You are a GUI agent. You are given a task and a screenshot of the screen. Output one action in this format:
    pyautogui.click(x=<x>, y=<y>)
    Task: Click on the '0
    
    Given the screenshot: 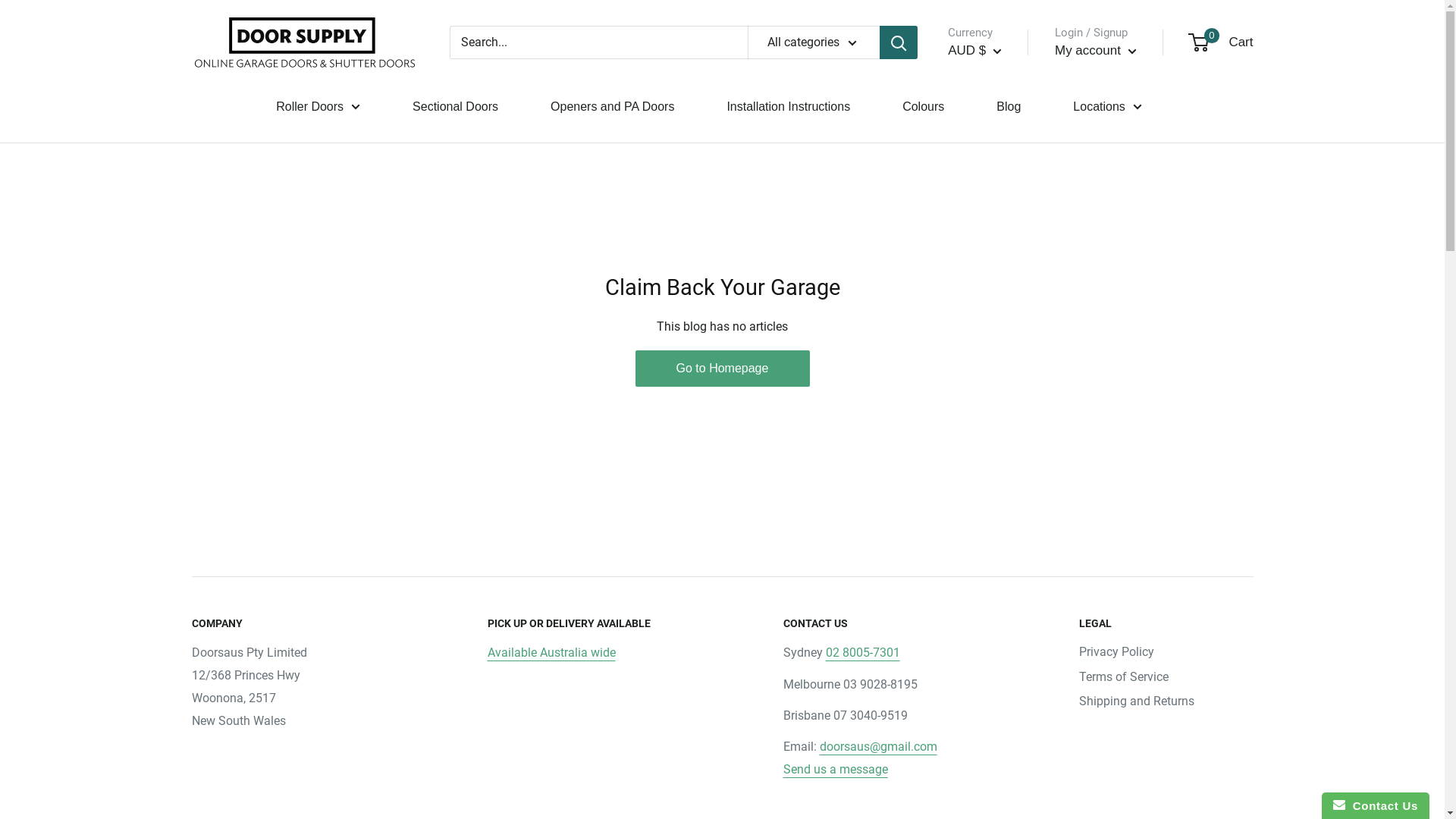 What is the action you would take?
    pyautogui.click(x=1222, y=42)
    